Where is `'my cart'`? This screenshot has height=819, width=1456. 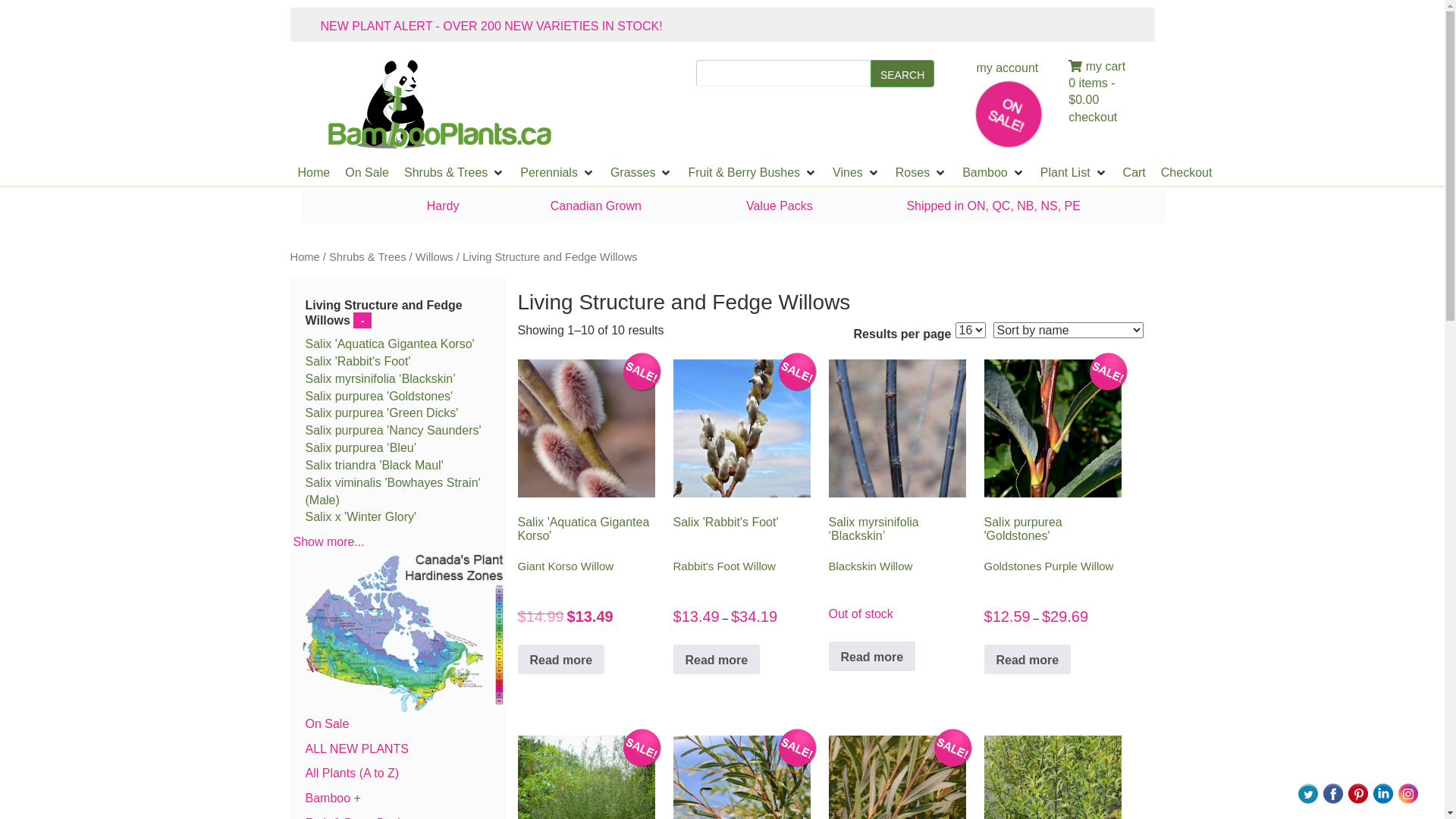
'my cart' is located at coordinates (1068, 65).